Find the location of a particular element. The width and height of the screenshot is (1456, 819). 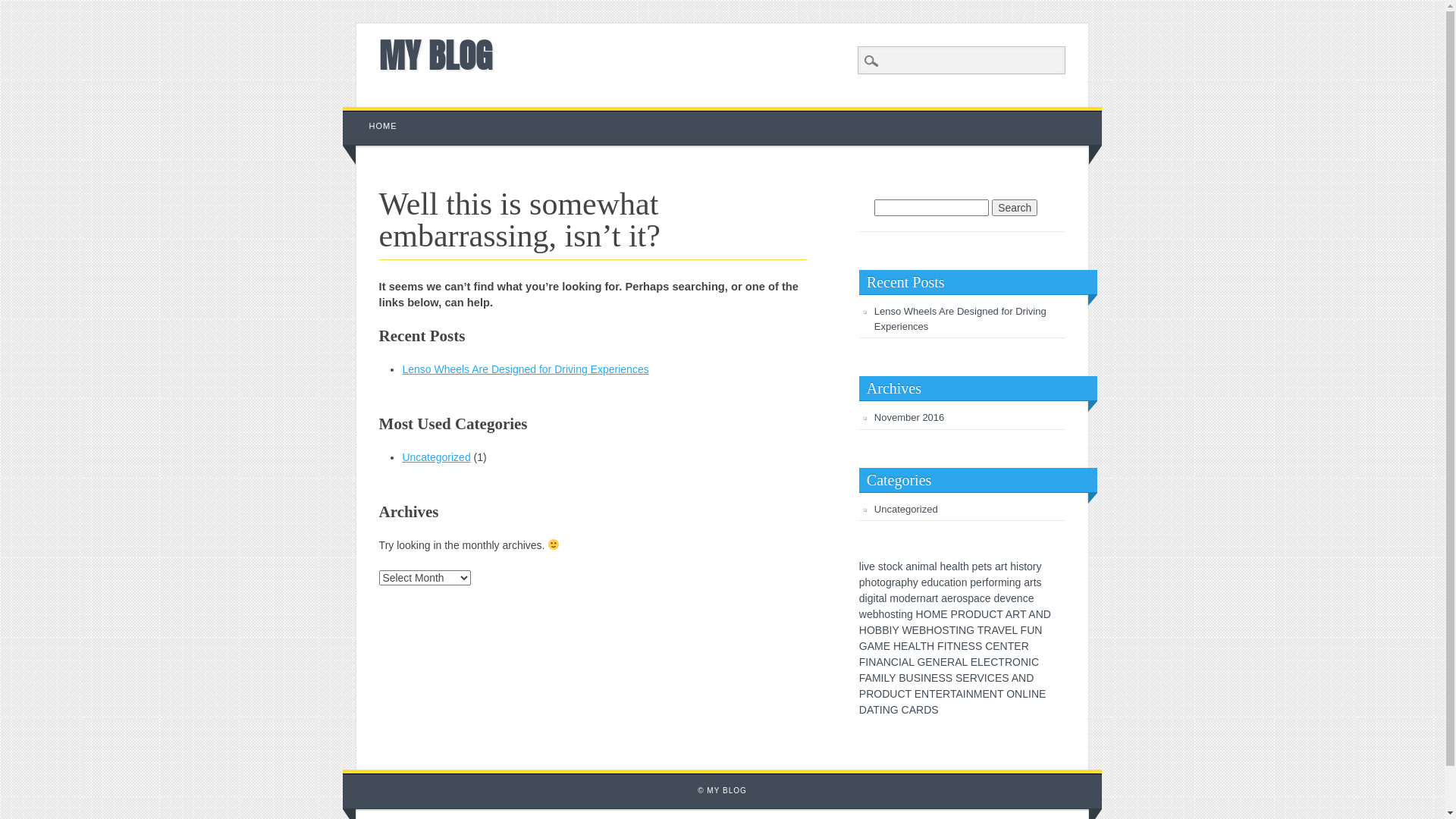

'r' is located at coordinates (1034, 566).